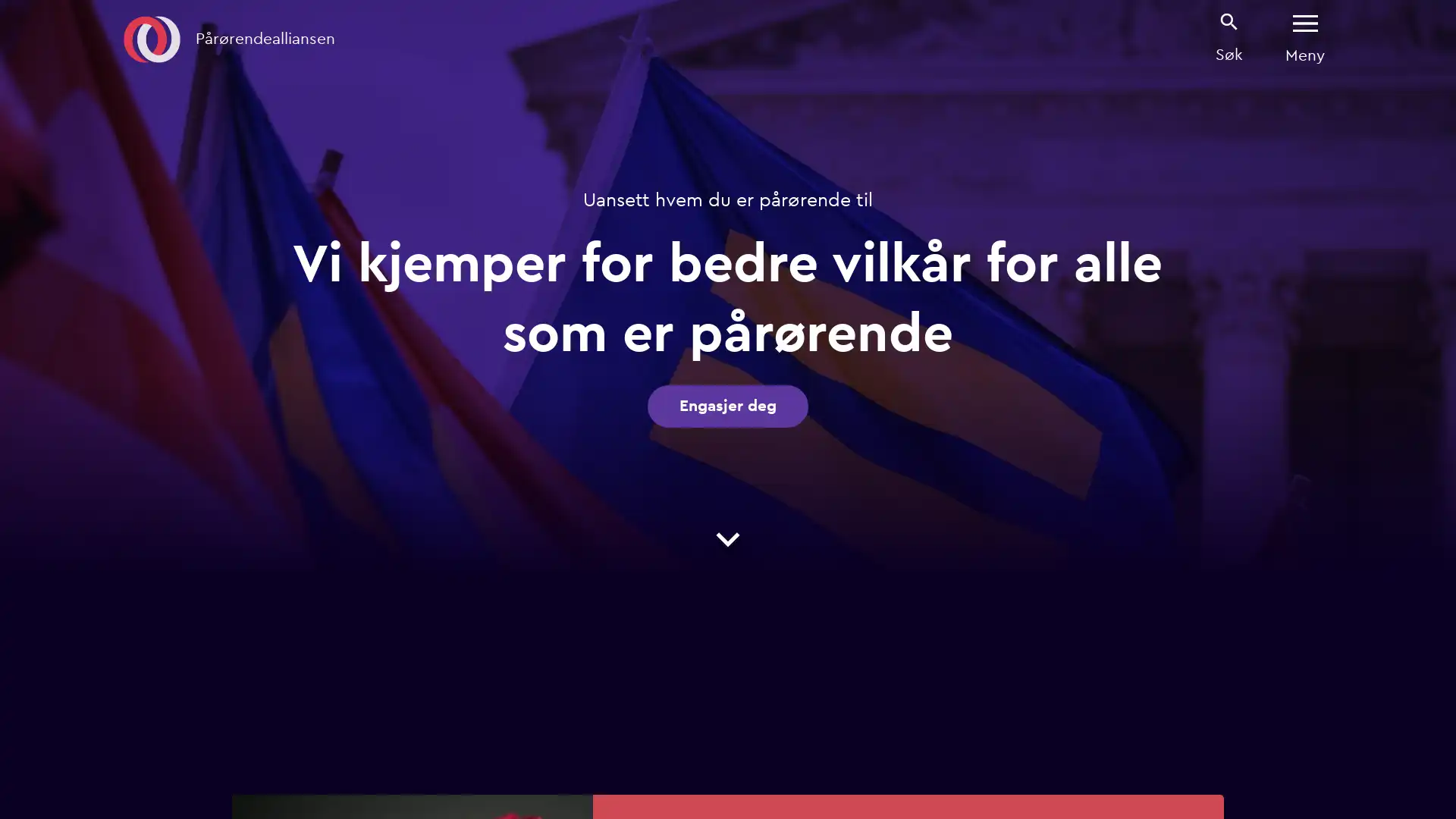 This screenshot has height=819, width=1456. What do you see at coordinates (1229, 37) in the screenshot?
I see `search Sk` at bounding box center [1229, 37].